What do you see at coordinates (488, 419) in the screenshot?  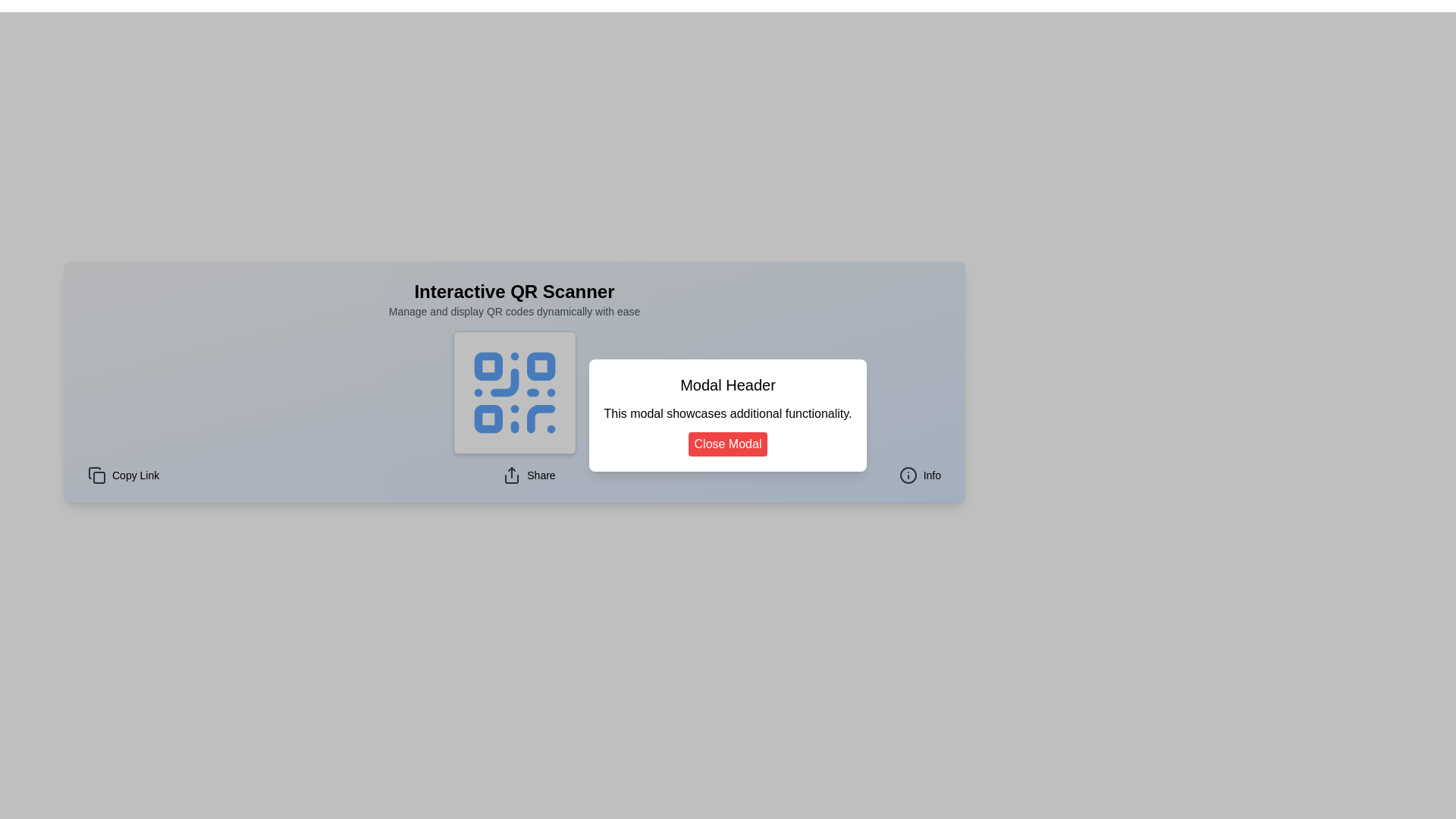 I see `the third decorative square within the QR code-like icon located on the left side of the modal content area` at bounding box center [488, 419].